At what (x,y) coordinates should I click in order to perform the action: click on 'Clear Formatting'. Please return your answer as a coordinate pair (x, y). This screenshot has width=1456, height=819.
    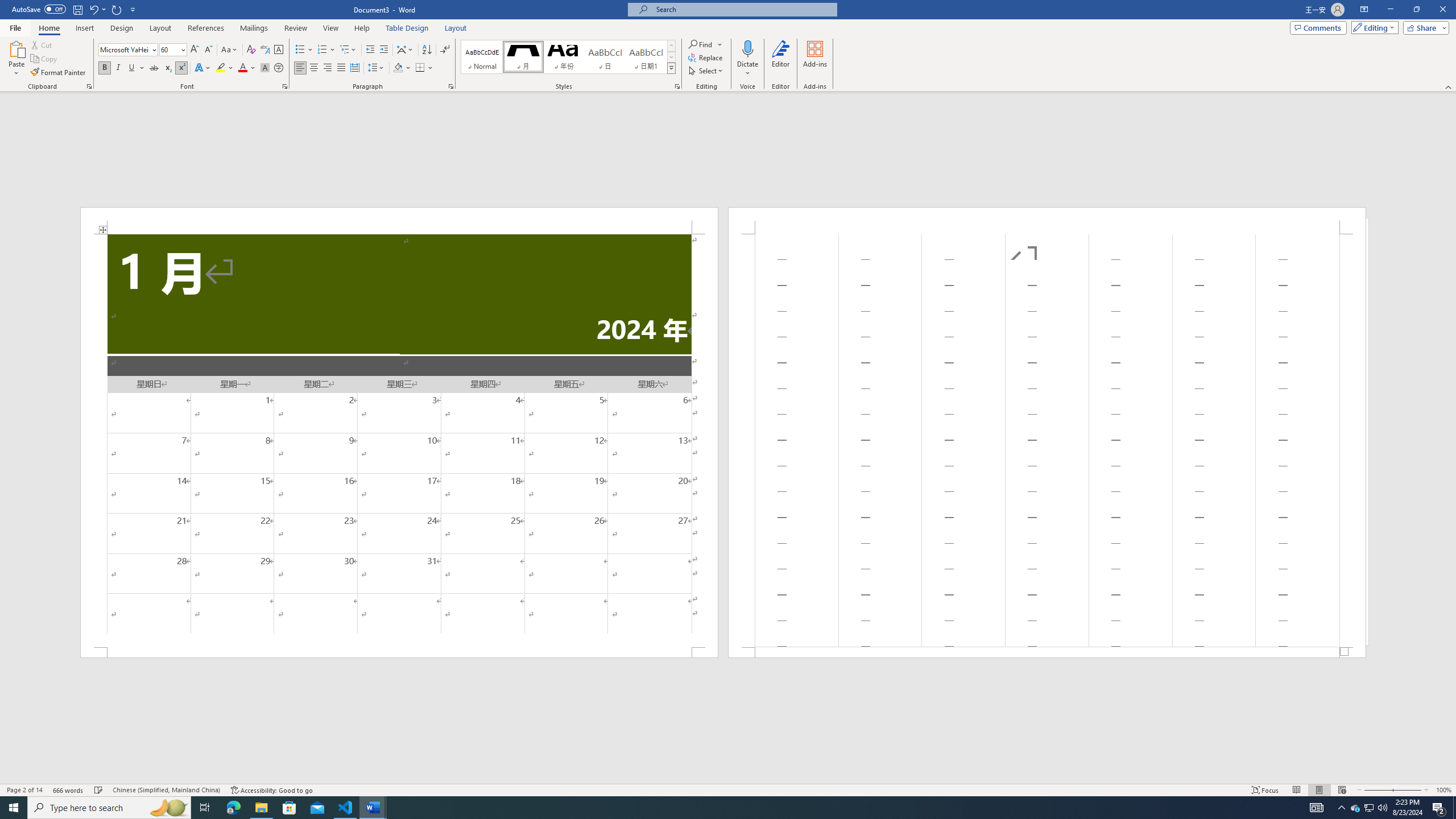
    Looking at the image, I should click on (250, 49).